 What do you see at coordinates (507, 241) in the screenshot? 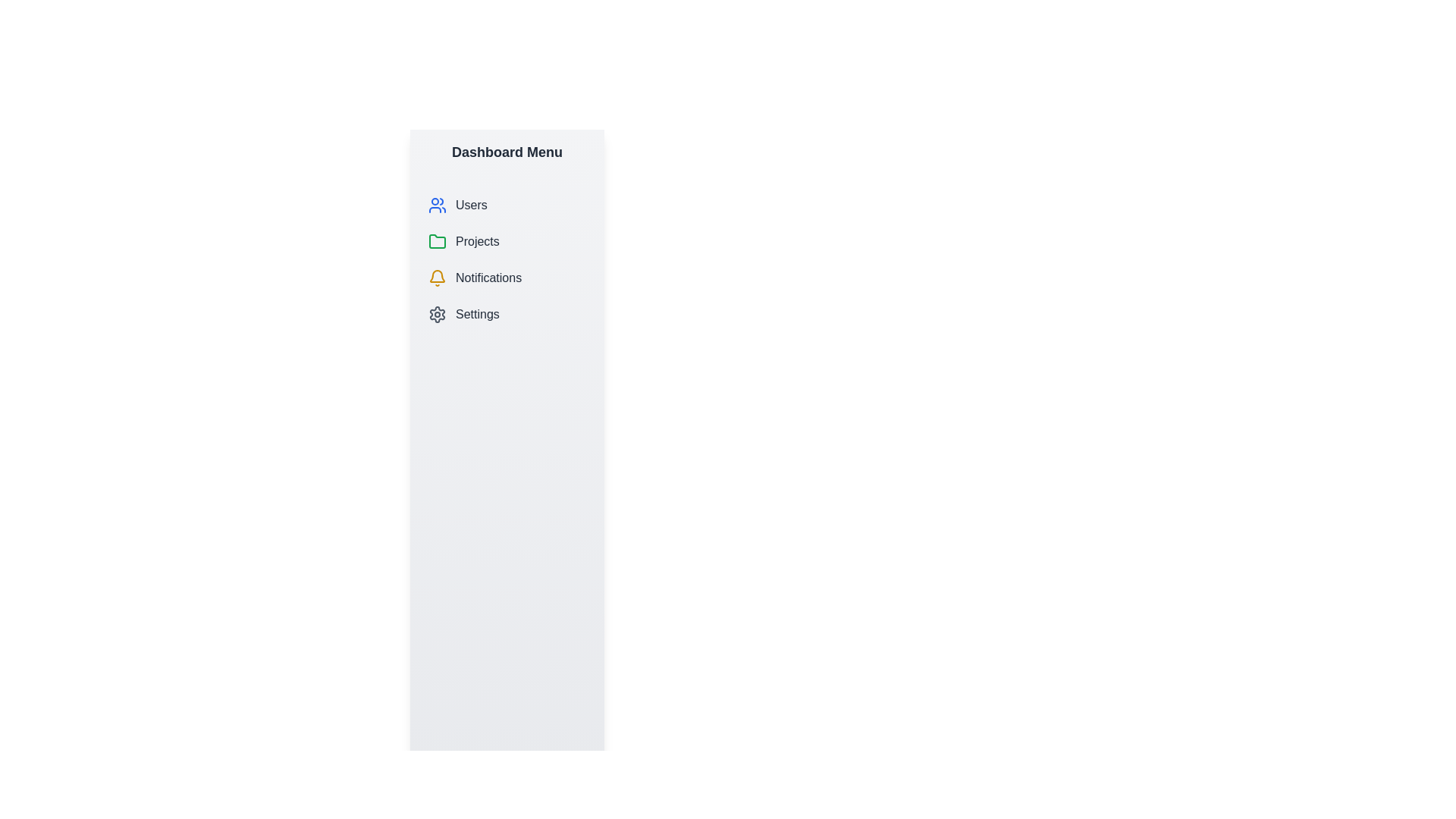
I see `the menu item Projects to view its hover effect` at bounding box center [507, 241].